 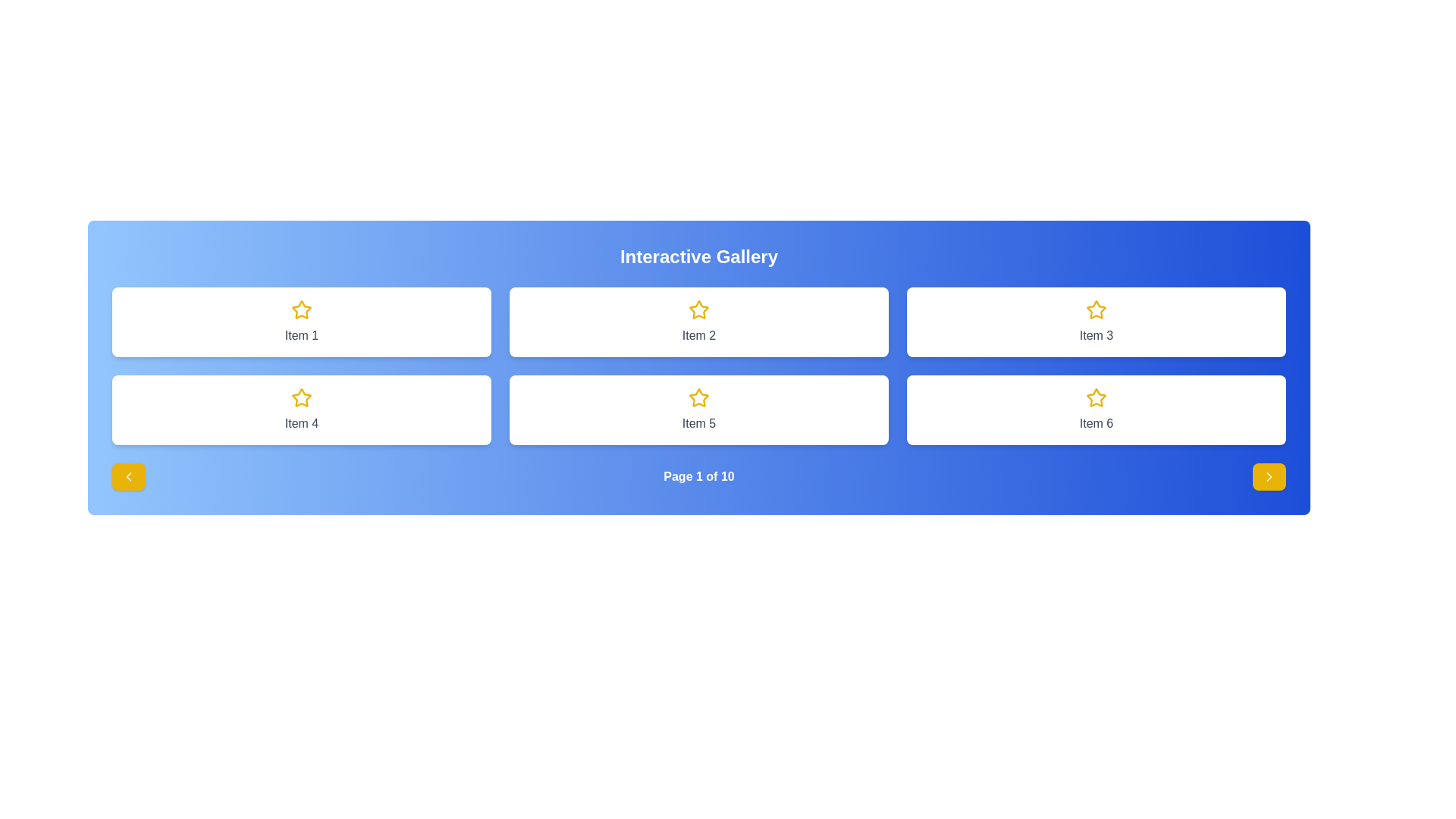 I want to click on the pagination indicator displaying 'Page 1' out of '10', so click(x=698, y=475).